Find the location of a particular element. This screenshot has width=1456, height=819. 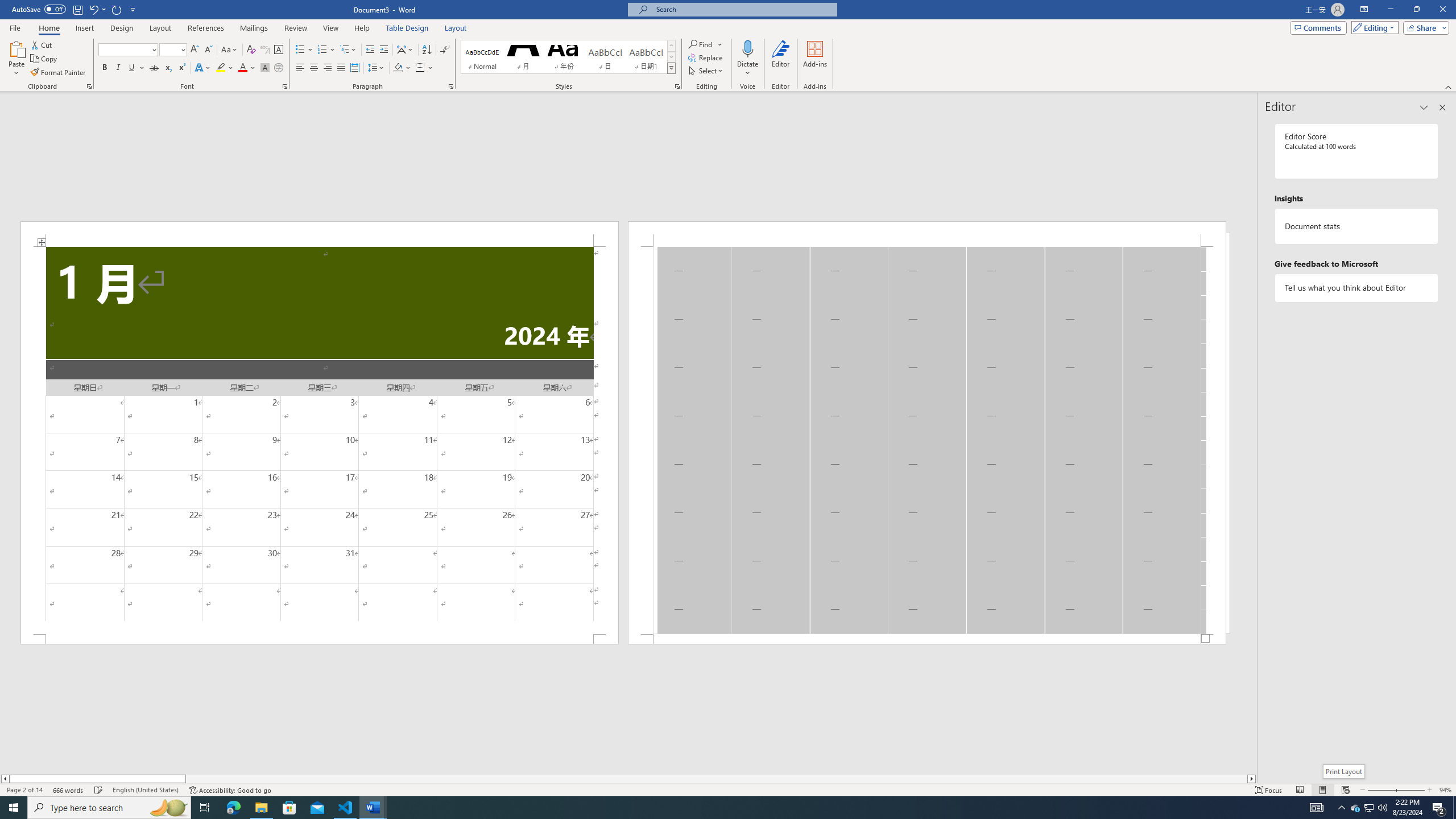

'Office Clipboard...' is located at coordinates (88, 85).